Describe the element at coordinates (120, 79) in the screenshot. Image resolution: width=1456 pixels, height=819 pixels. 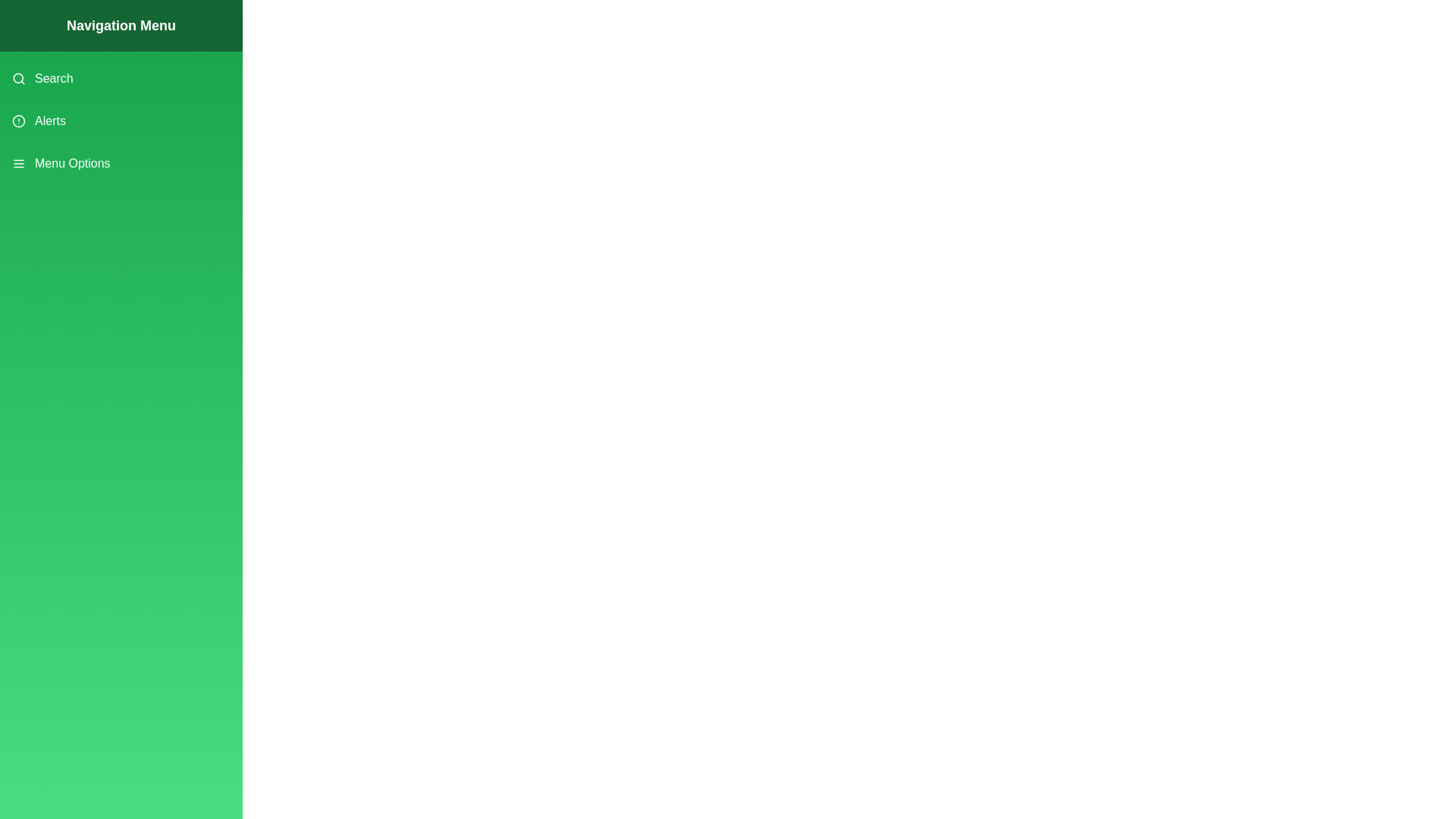
I see `the menu item Search from the drawer` at that location.